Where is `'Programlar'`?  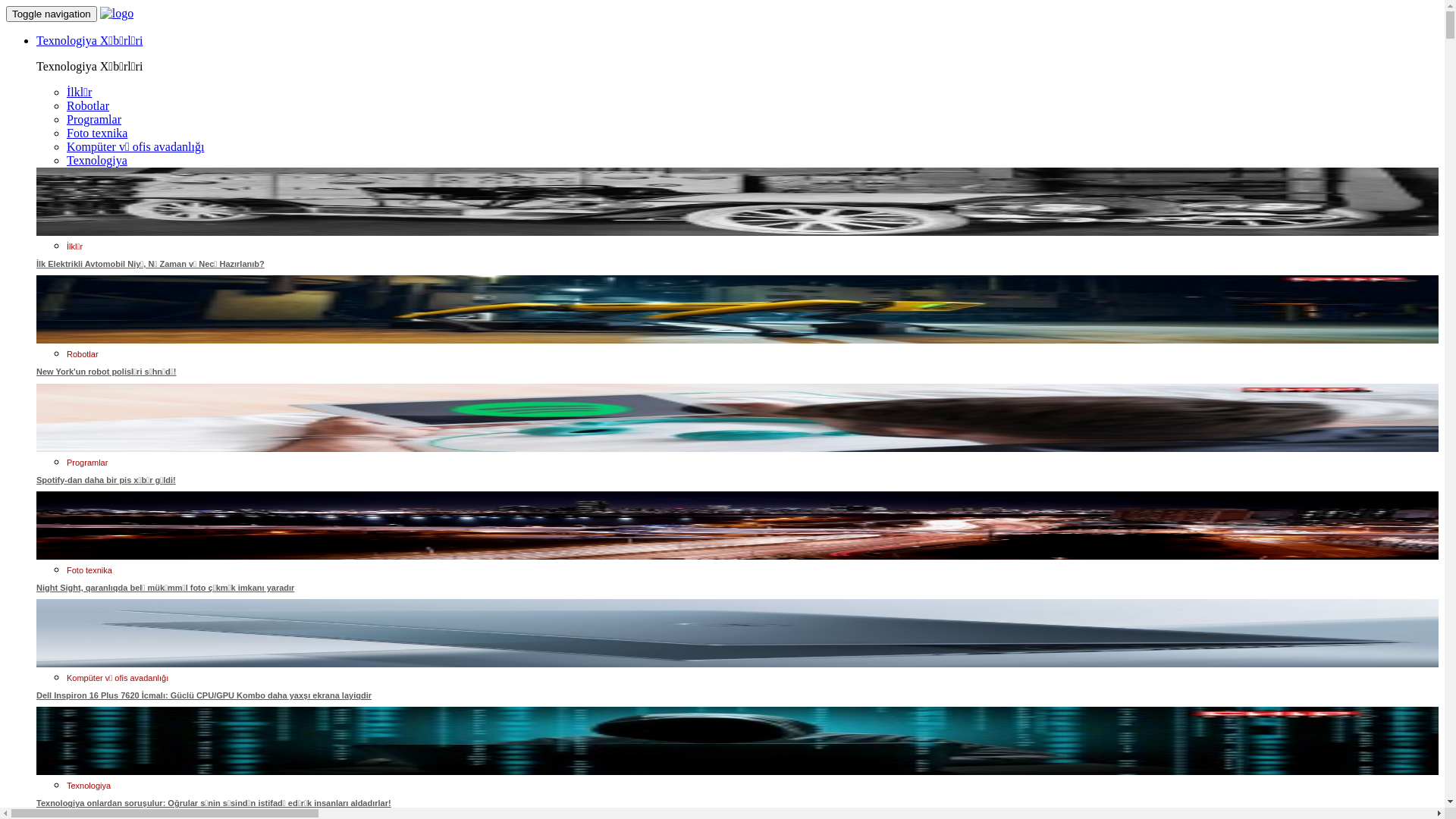
'Programlar' is located at coordinates (65, 461).